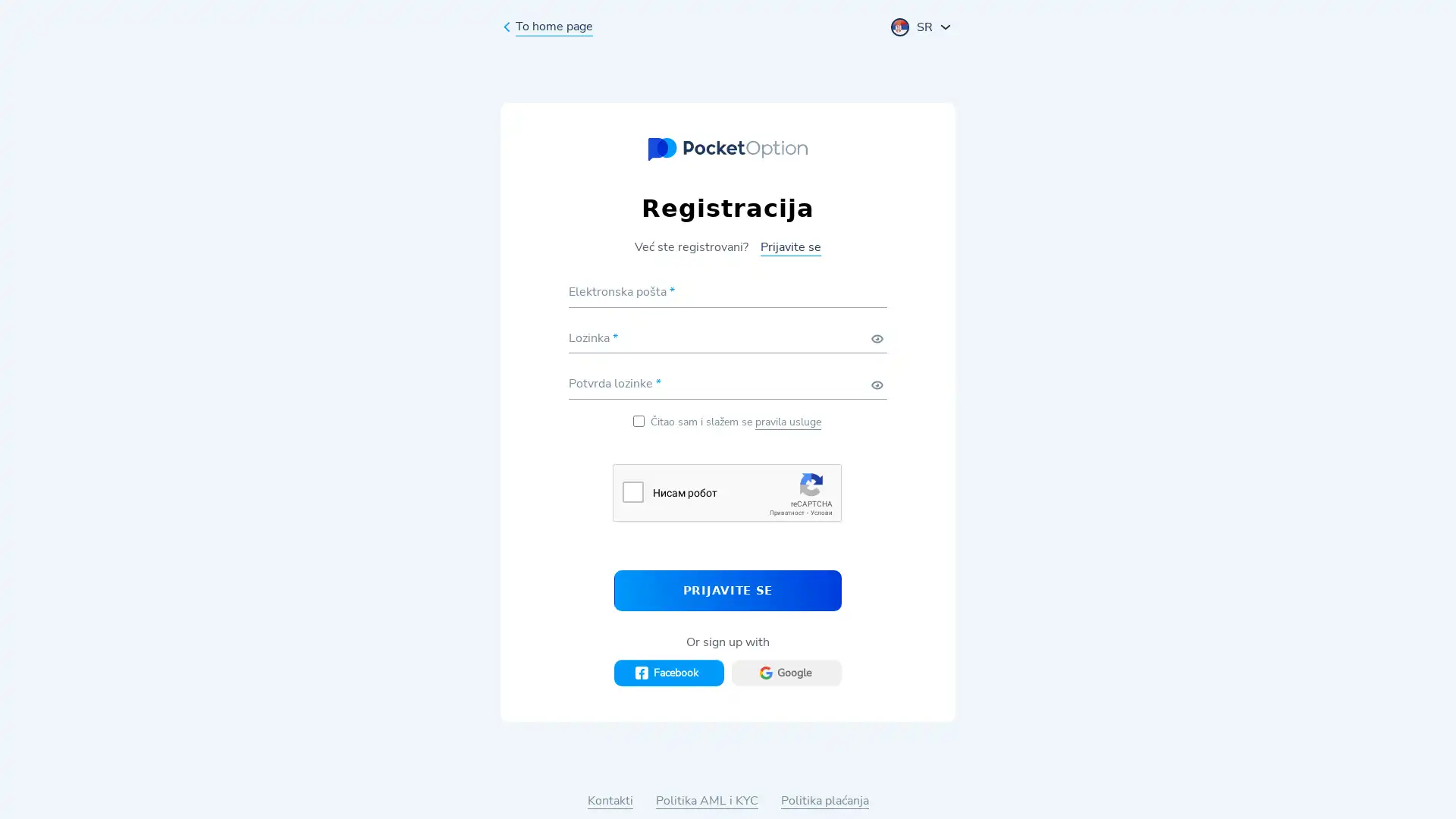 Image resolution: width=1456 pixels, height=819 pixels. I want to click on PRIJAVITE SE, so click(728, 589).